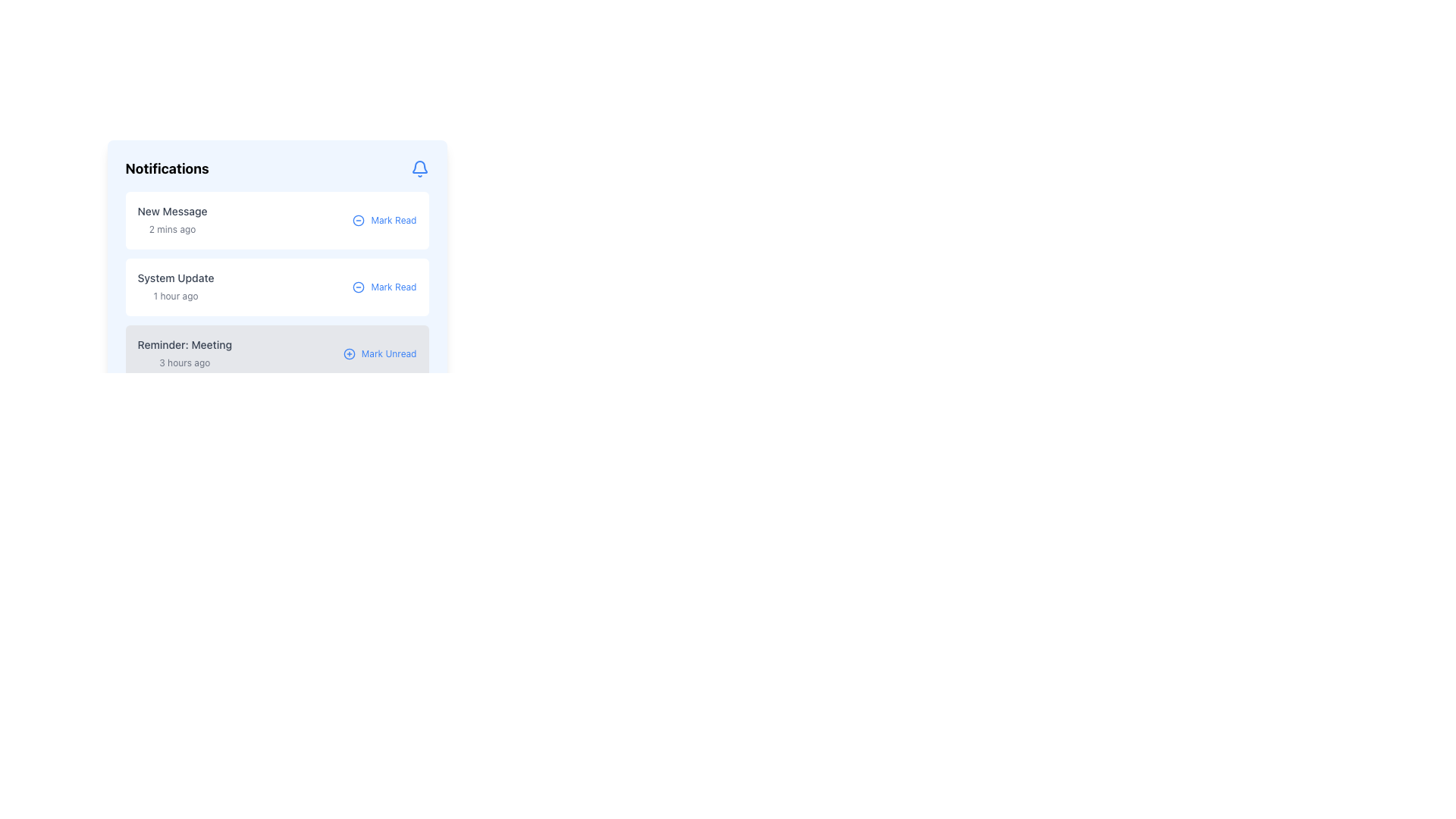 Image resolution: width=1456 pixels, height=819 pixels. I want to click on the small light-gray text label '2 mins ago' located in the first notification item, below 'New Message' and above the divider in the 'Notifications' panel, so click(172, 229).